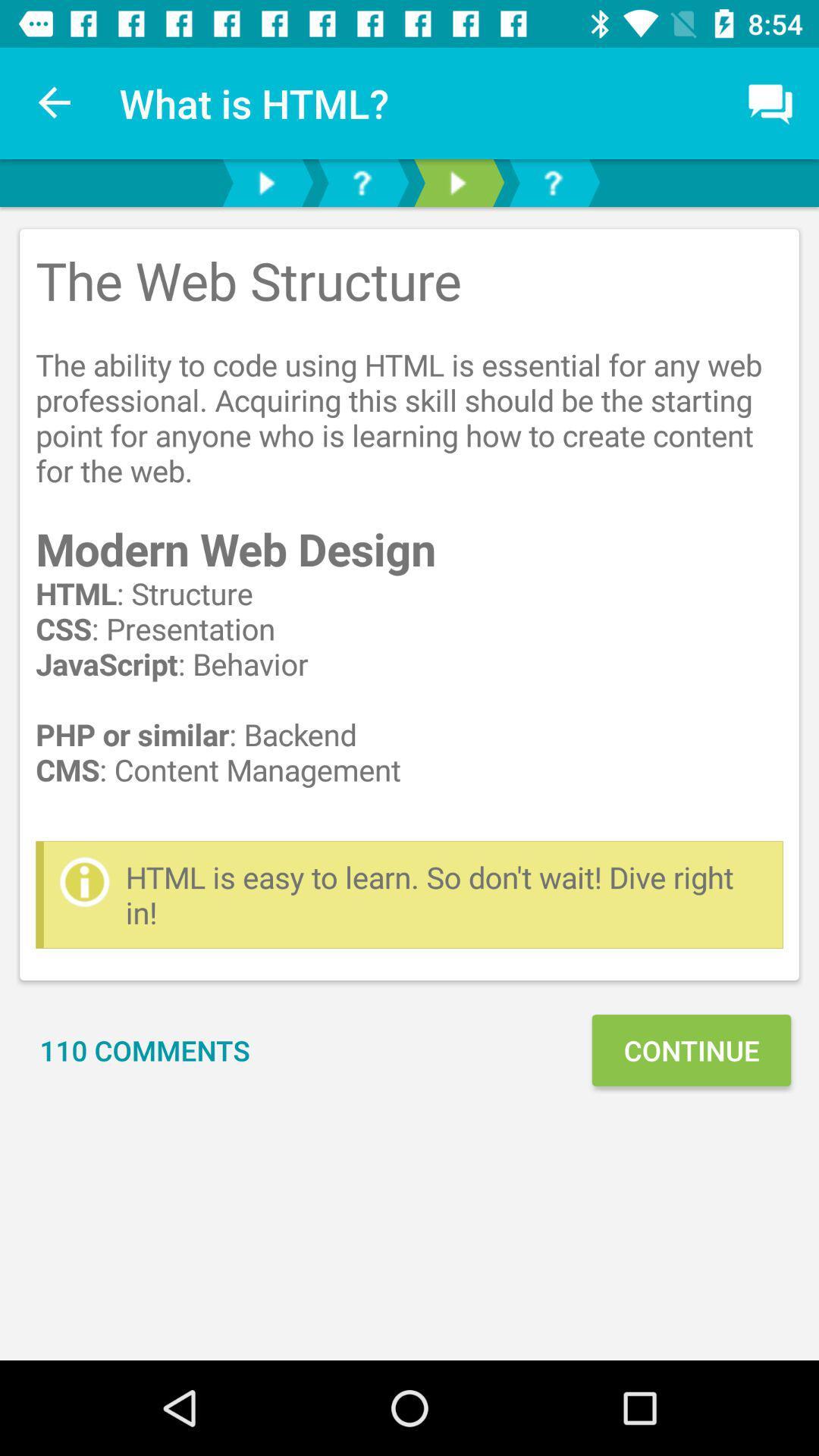  Describe the element at coordinates (145, 1050) in the screenshot. I see `the text 110 comments` at that location.